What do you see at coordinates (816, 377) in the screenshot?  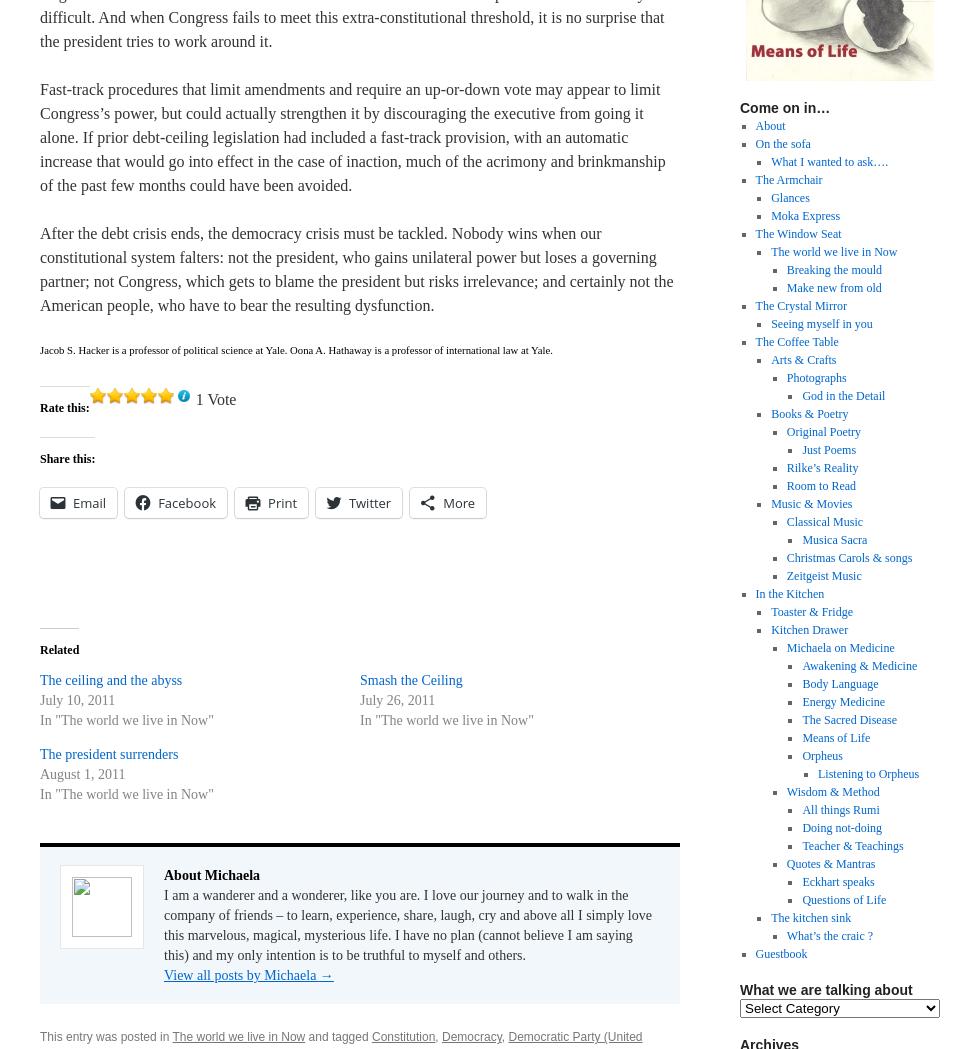 I see `'Photographs'` at bounding box center [816, 377].